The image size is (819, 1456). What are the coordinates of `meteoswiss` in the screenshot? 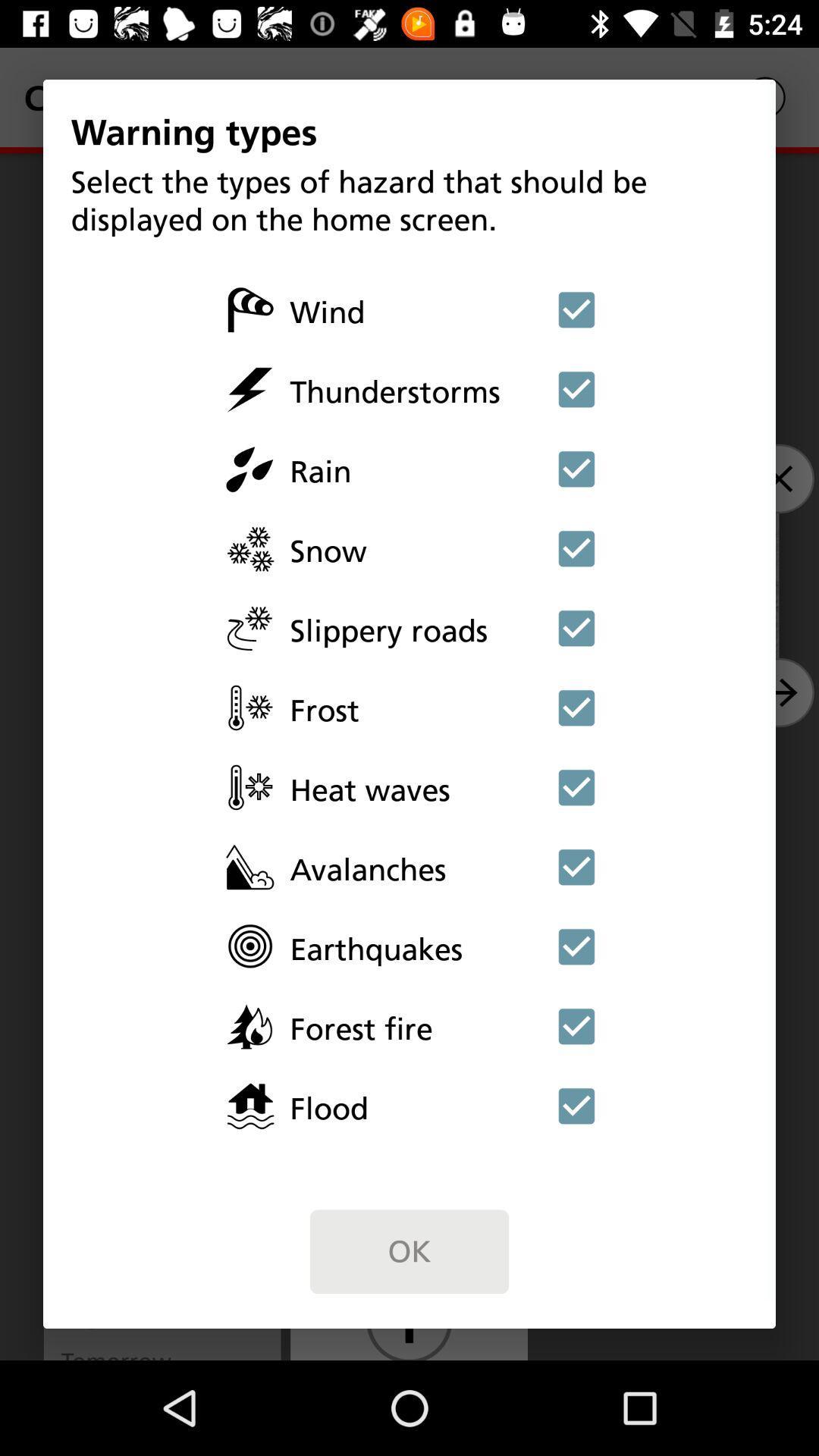 It's located at (576, 867).